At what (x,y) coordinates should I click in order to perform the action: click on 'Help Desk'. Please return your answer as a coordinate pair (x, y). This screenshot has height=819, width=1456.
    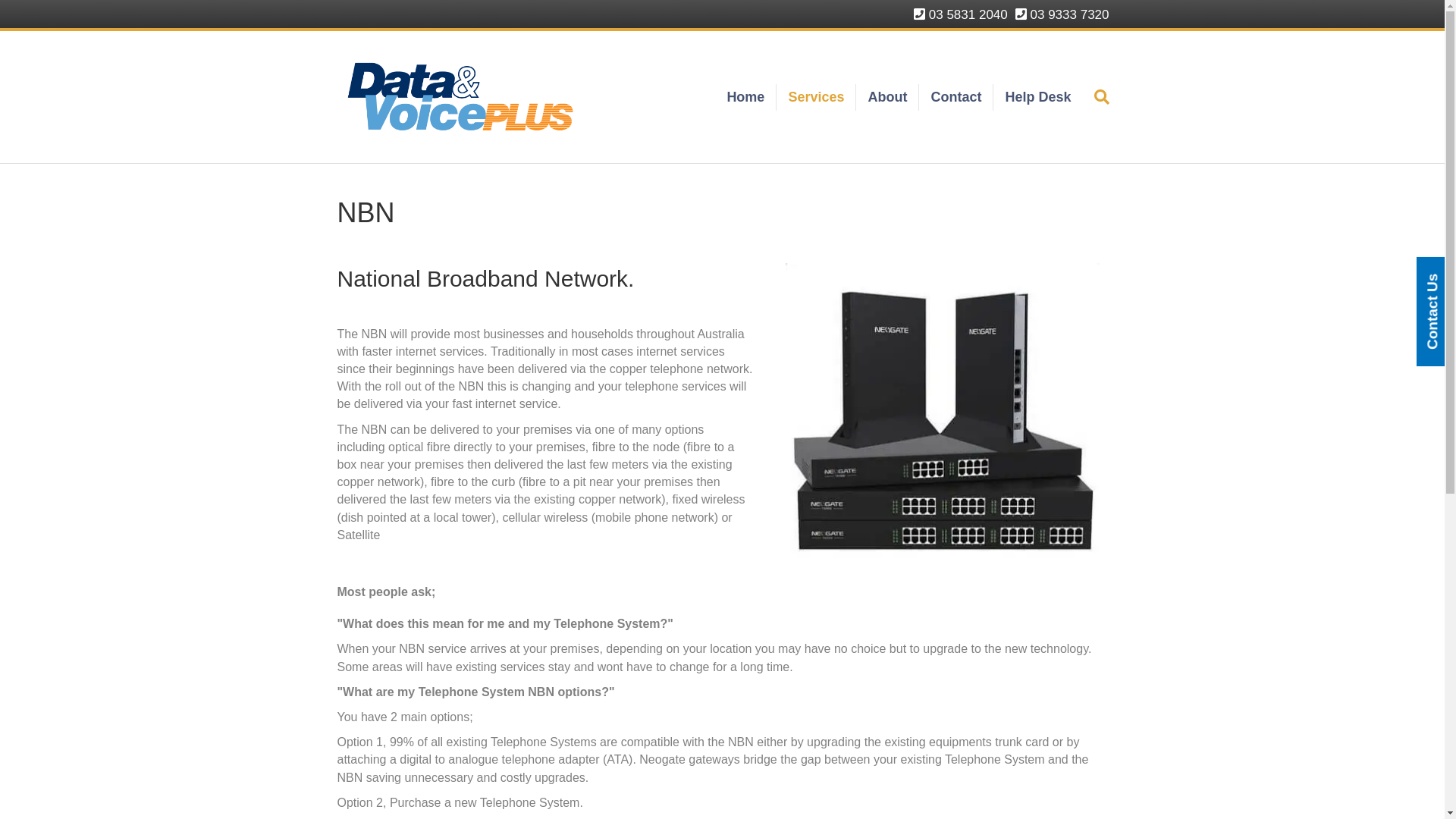
    Looking at the image, I should click on (993, 97).